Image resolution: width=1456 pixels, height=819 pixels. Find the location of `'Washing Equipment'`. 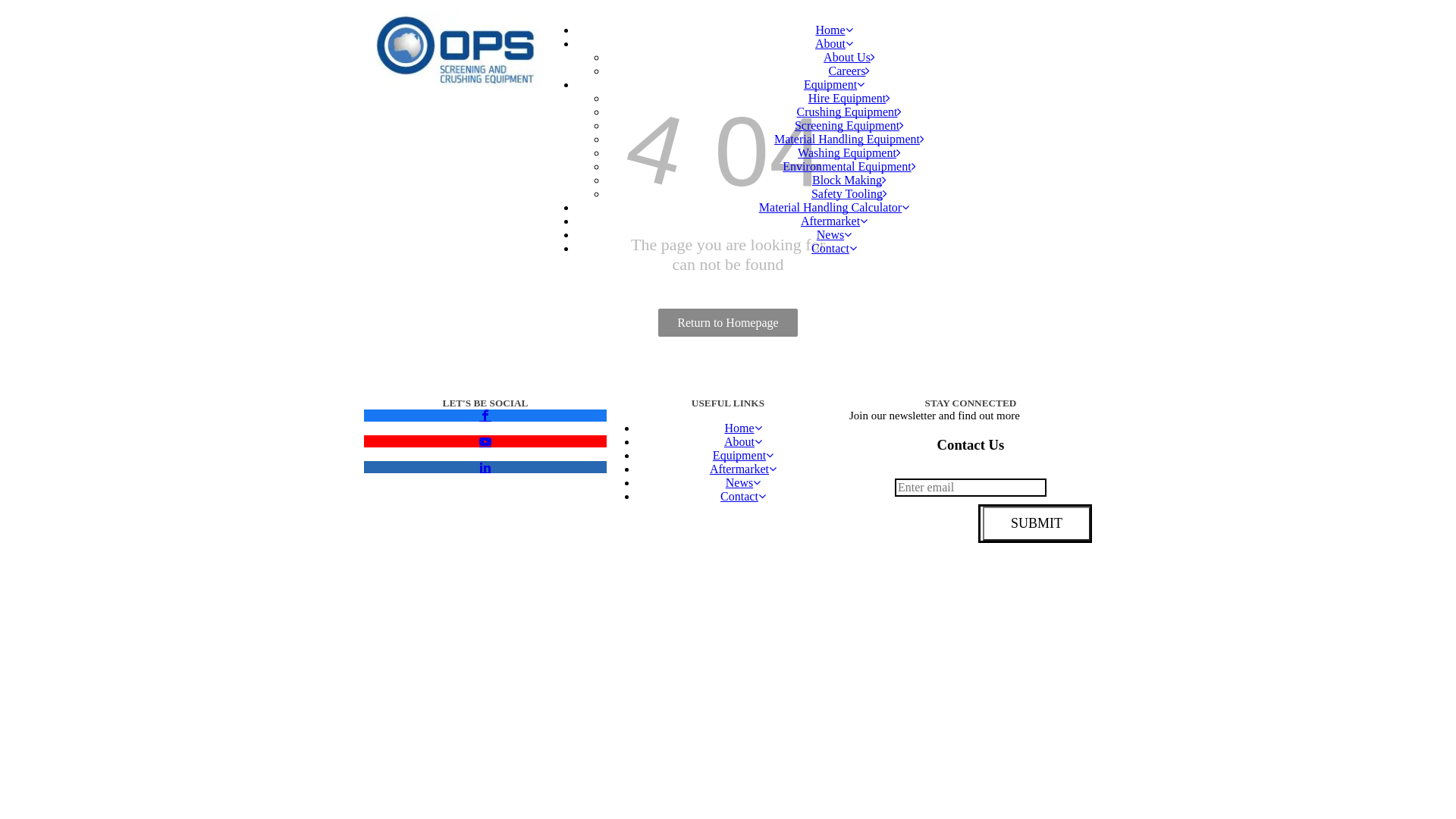

'Washing Equipment' is located at coordinates (848, 152).